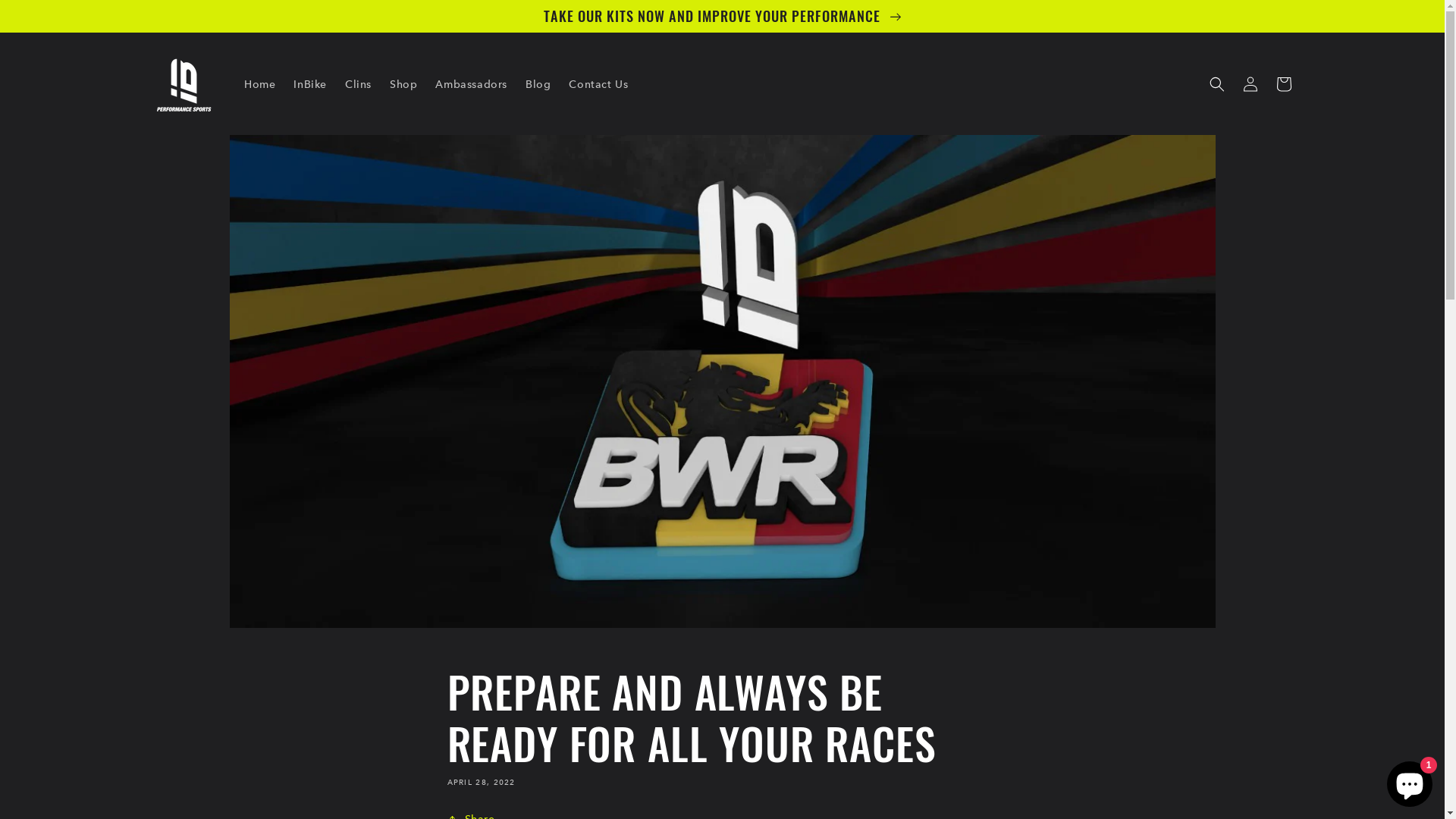  Describe the element at coordinates (470, 84) in the screenshot. I see `'Ambassadors'` at that location.